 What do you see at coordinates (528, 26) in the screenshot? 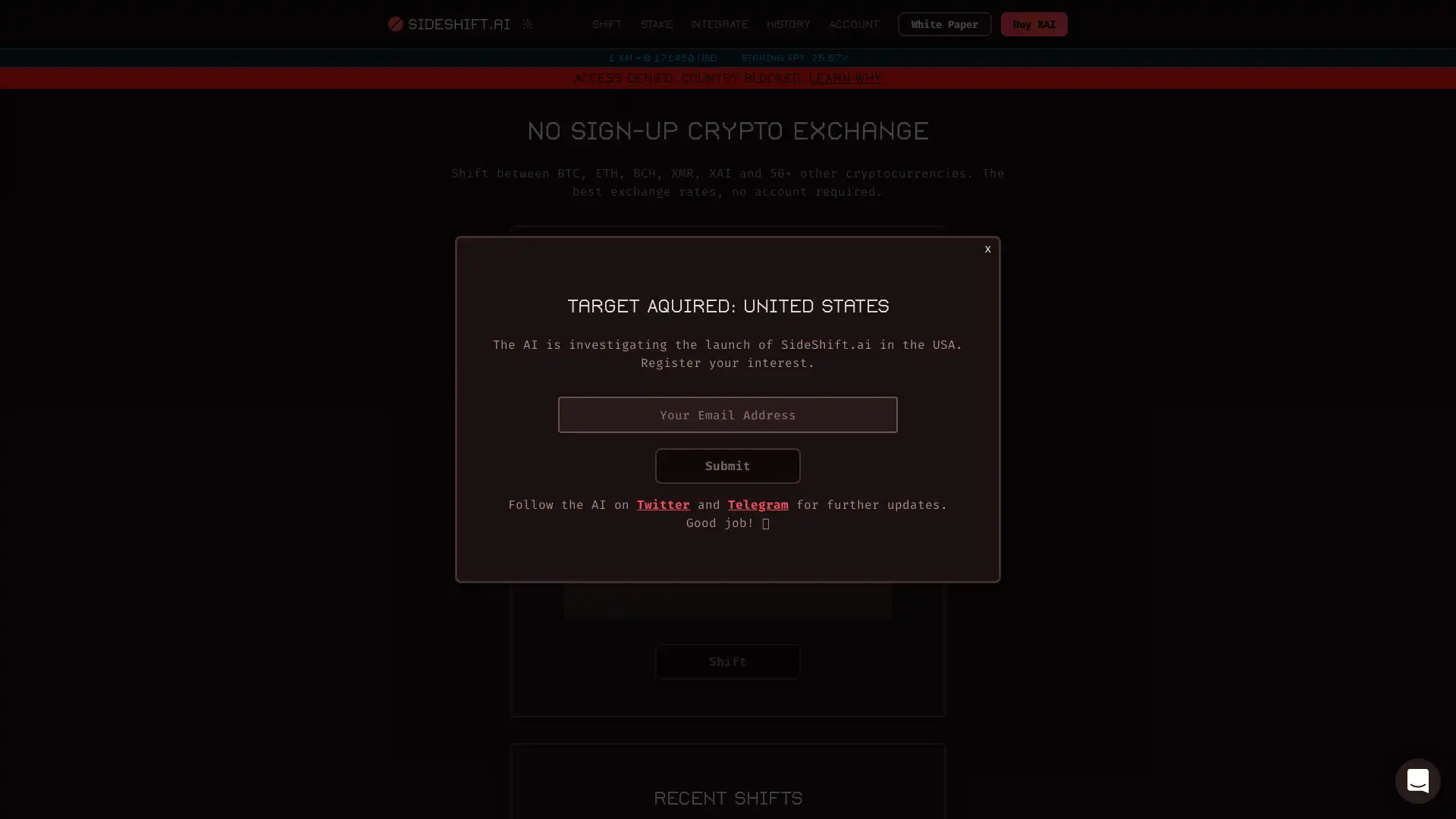
I see `Switch to light` at bounding box center [528, 26].